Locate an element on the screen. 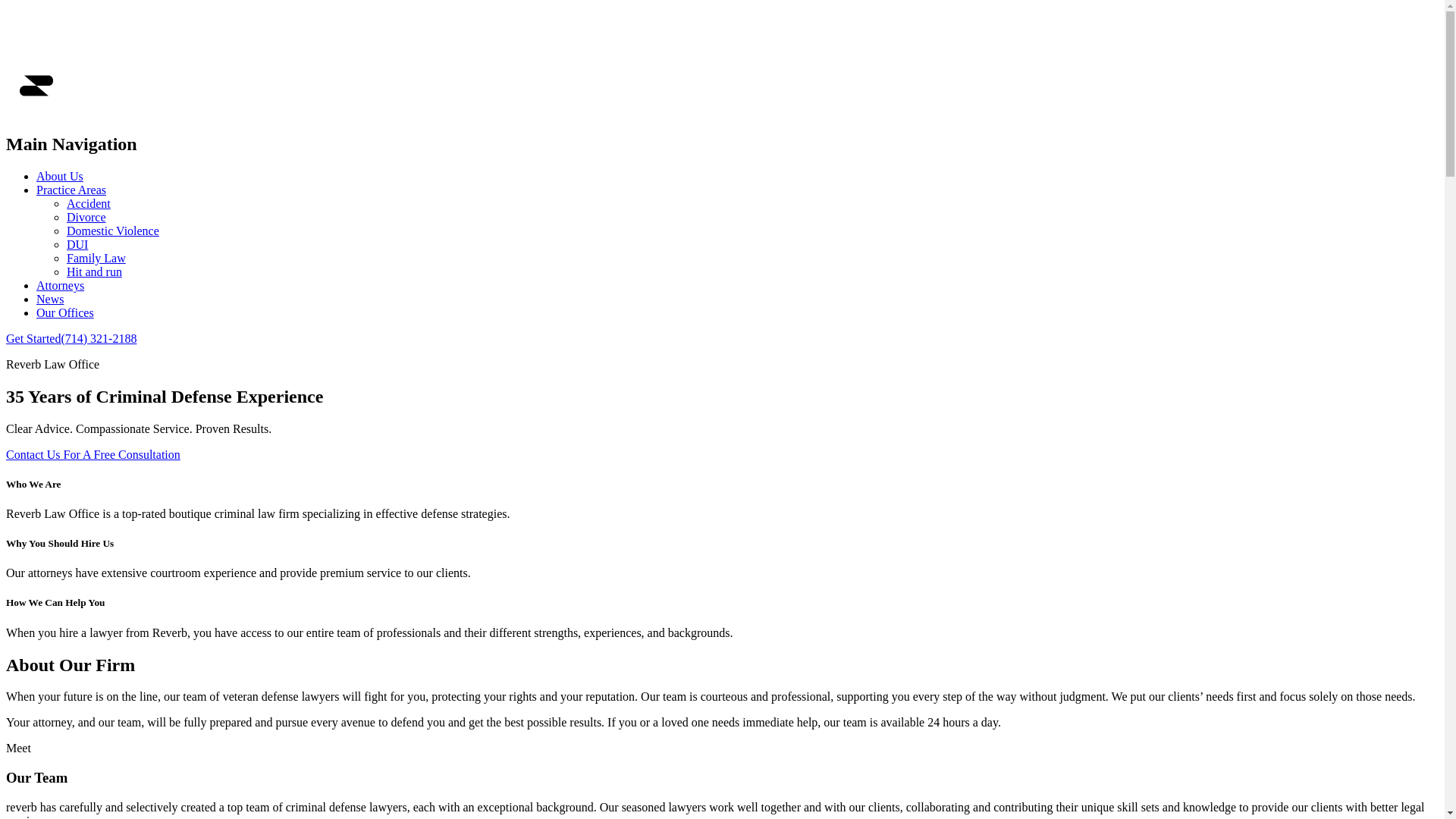  'About Us' is located at coordinates (59, 175).